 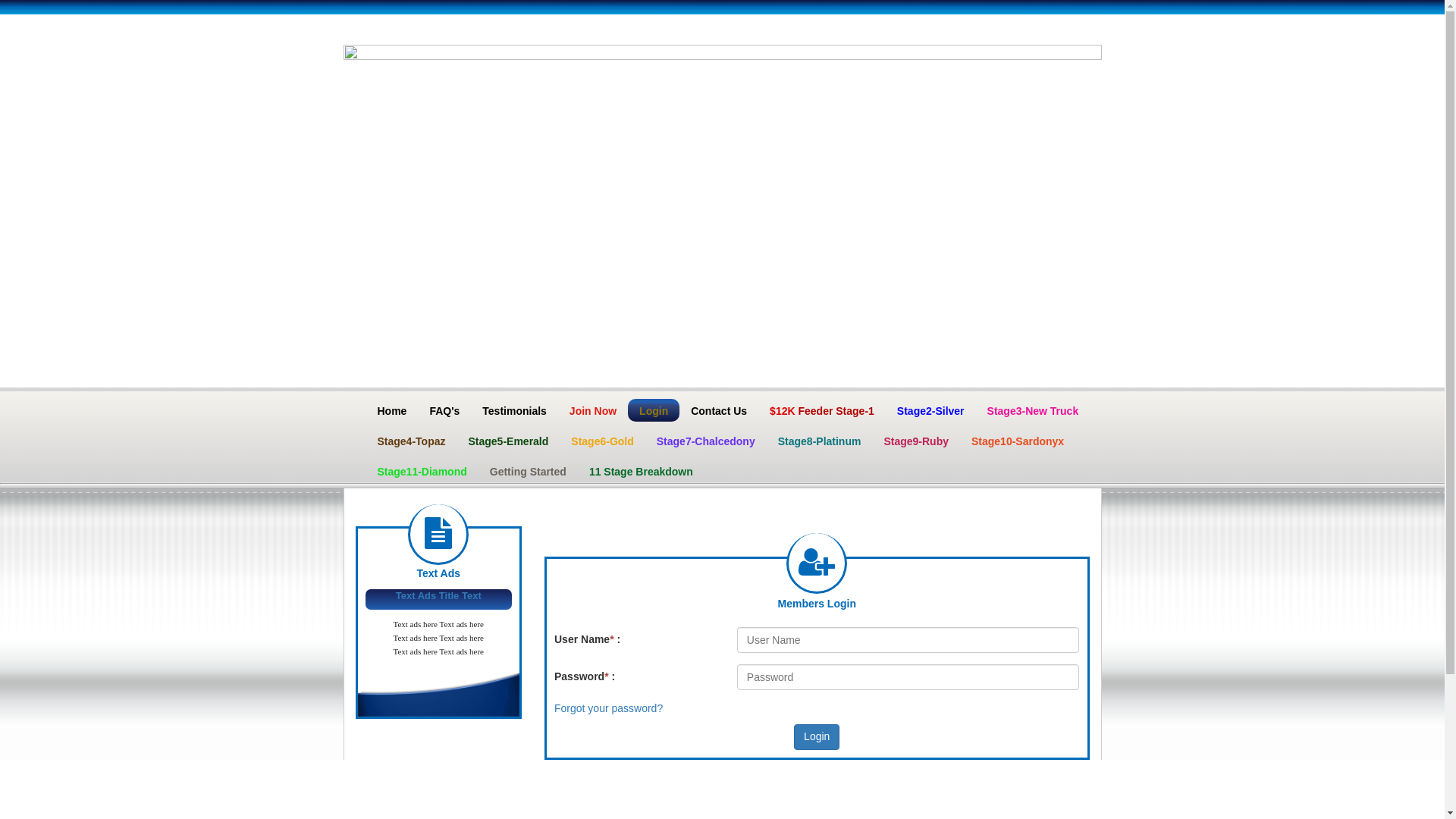 I want to click on 'Testimonials', so click(x=514, y=409).